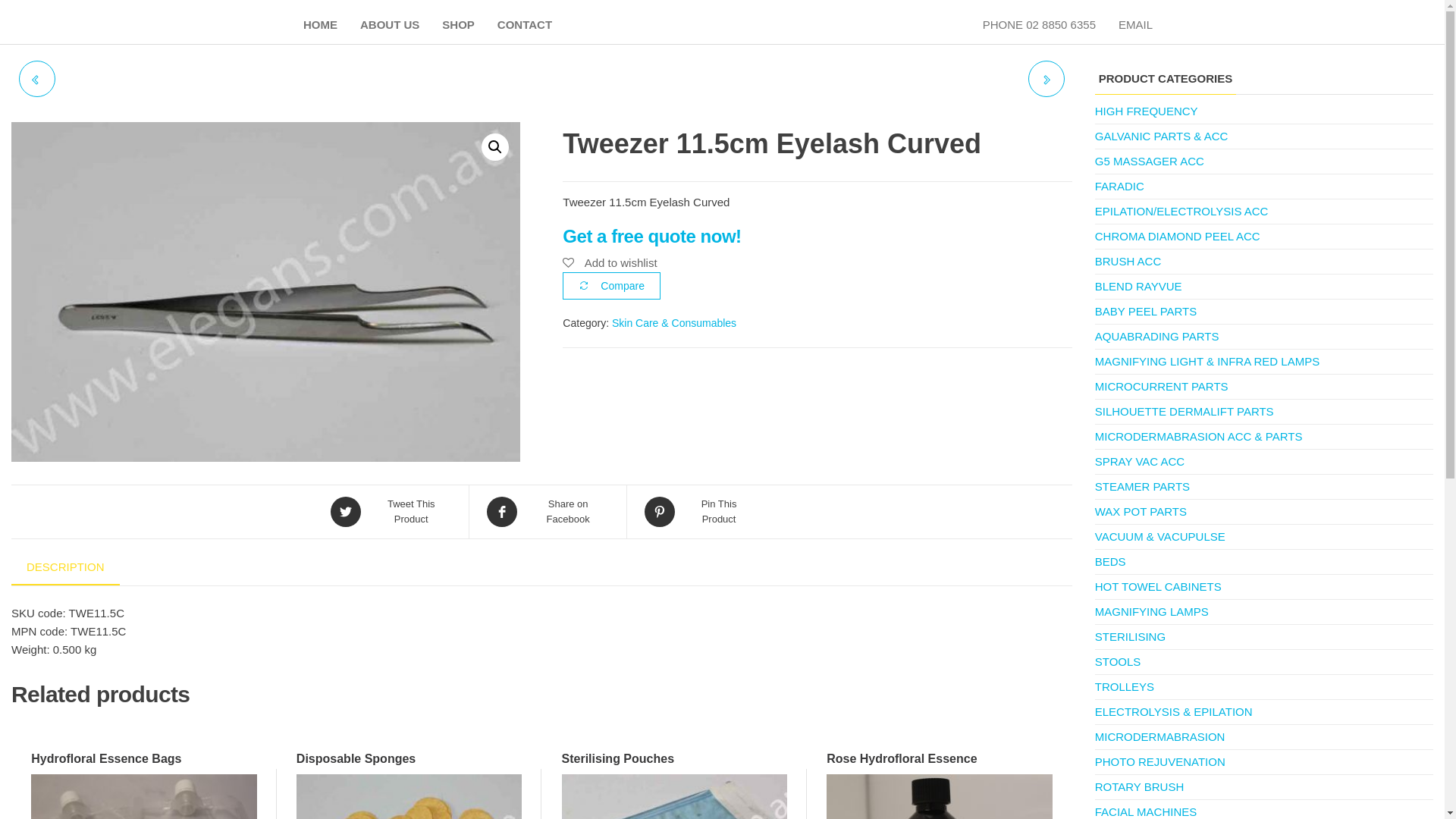 Image resolution: width=1456 pixels, height=819 pixels. I want to click on 'MAGNIFYING LAMPS', so click(1151, 610).